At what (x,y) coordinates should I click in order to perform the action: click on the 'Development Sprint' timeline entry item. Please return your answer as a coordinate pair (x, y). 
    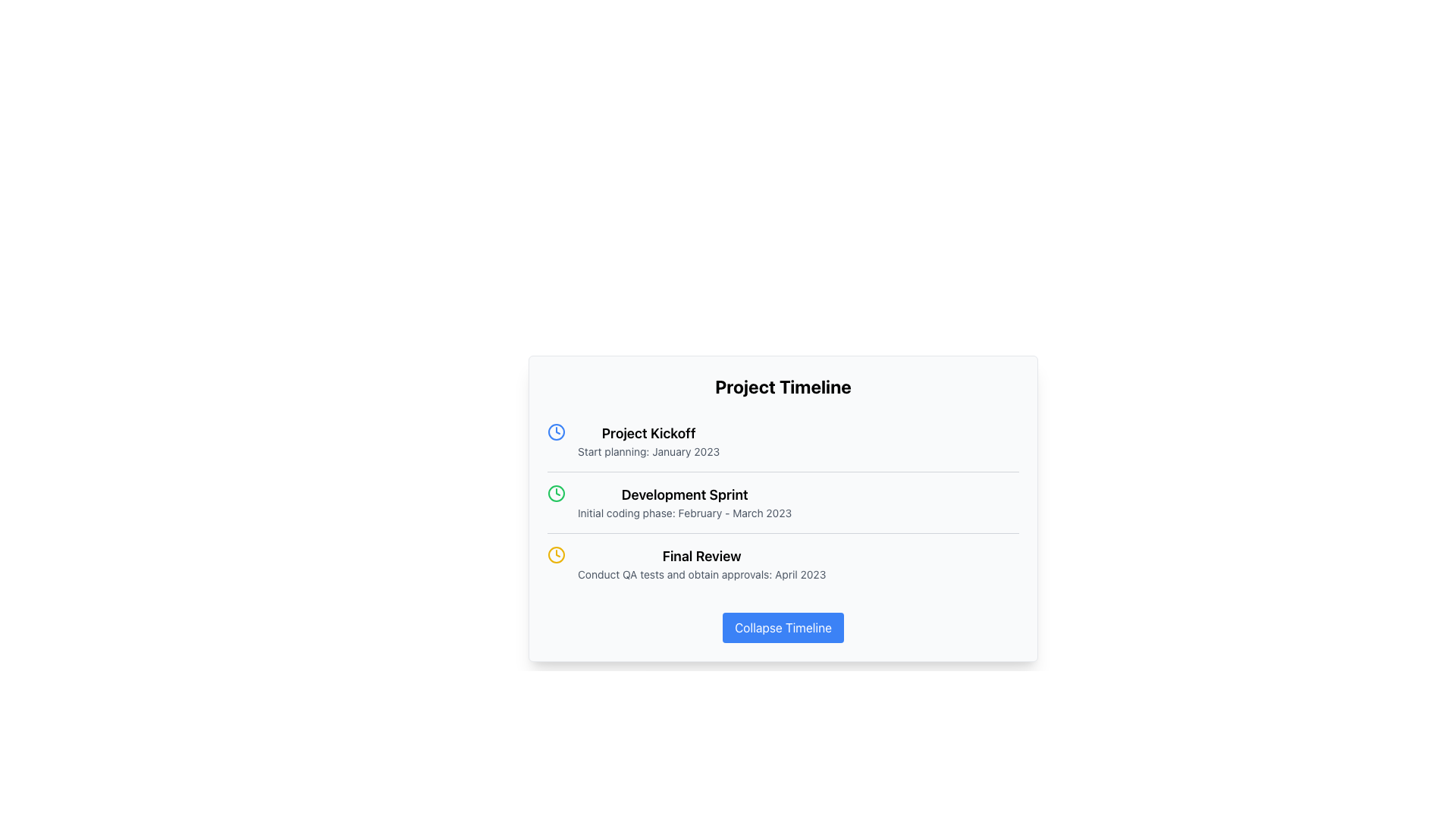
    Looking at the image, I should click on (783, 503).